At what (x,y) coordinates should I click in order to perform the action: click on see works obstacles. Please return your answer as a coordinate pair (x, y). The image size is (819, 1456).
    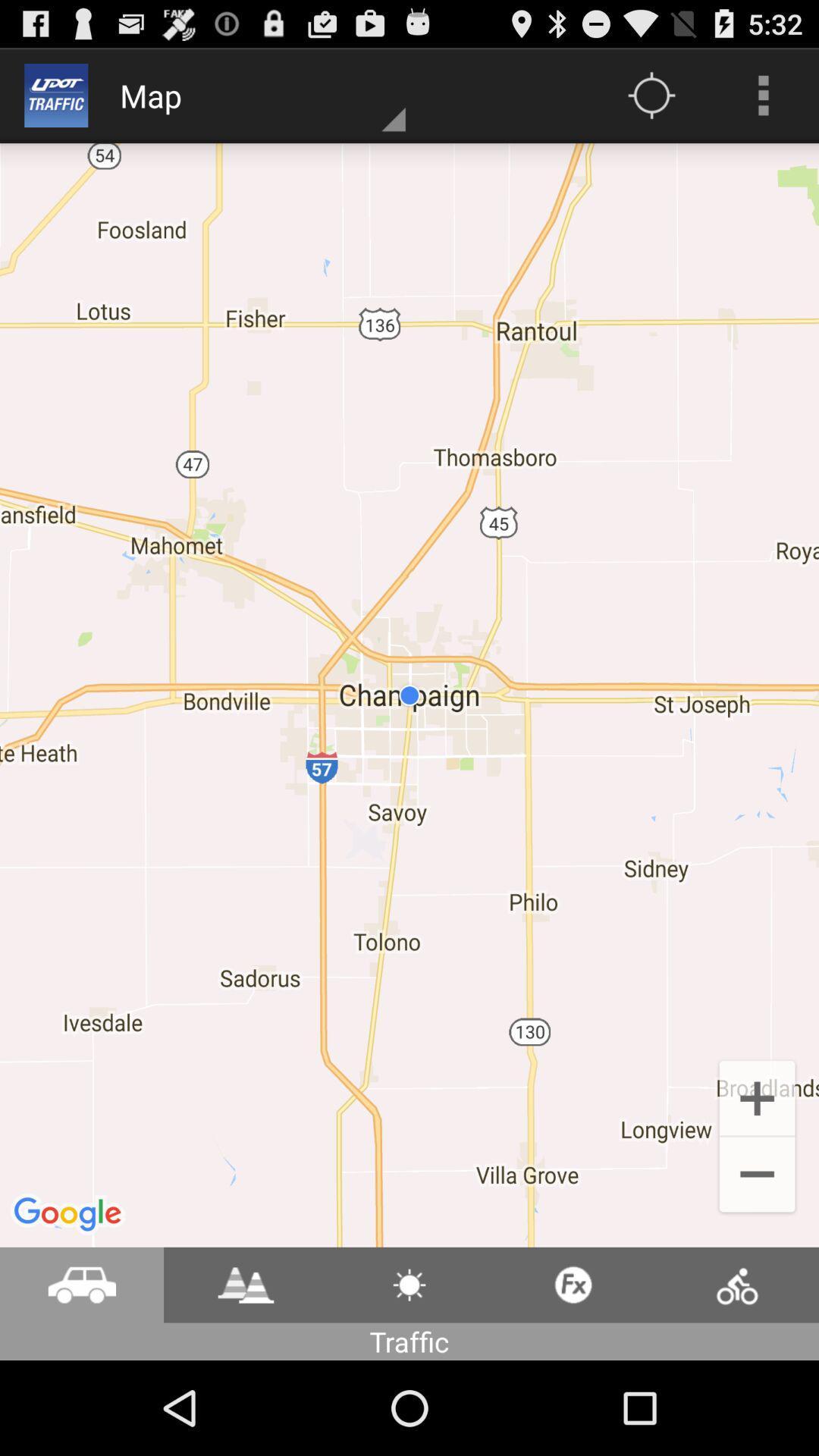
    Looking at the image, I should click on (245, 1284).